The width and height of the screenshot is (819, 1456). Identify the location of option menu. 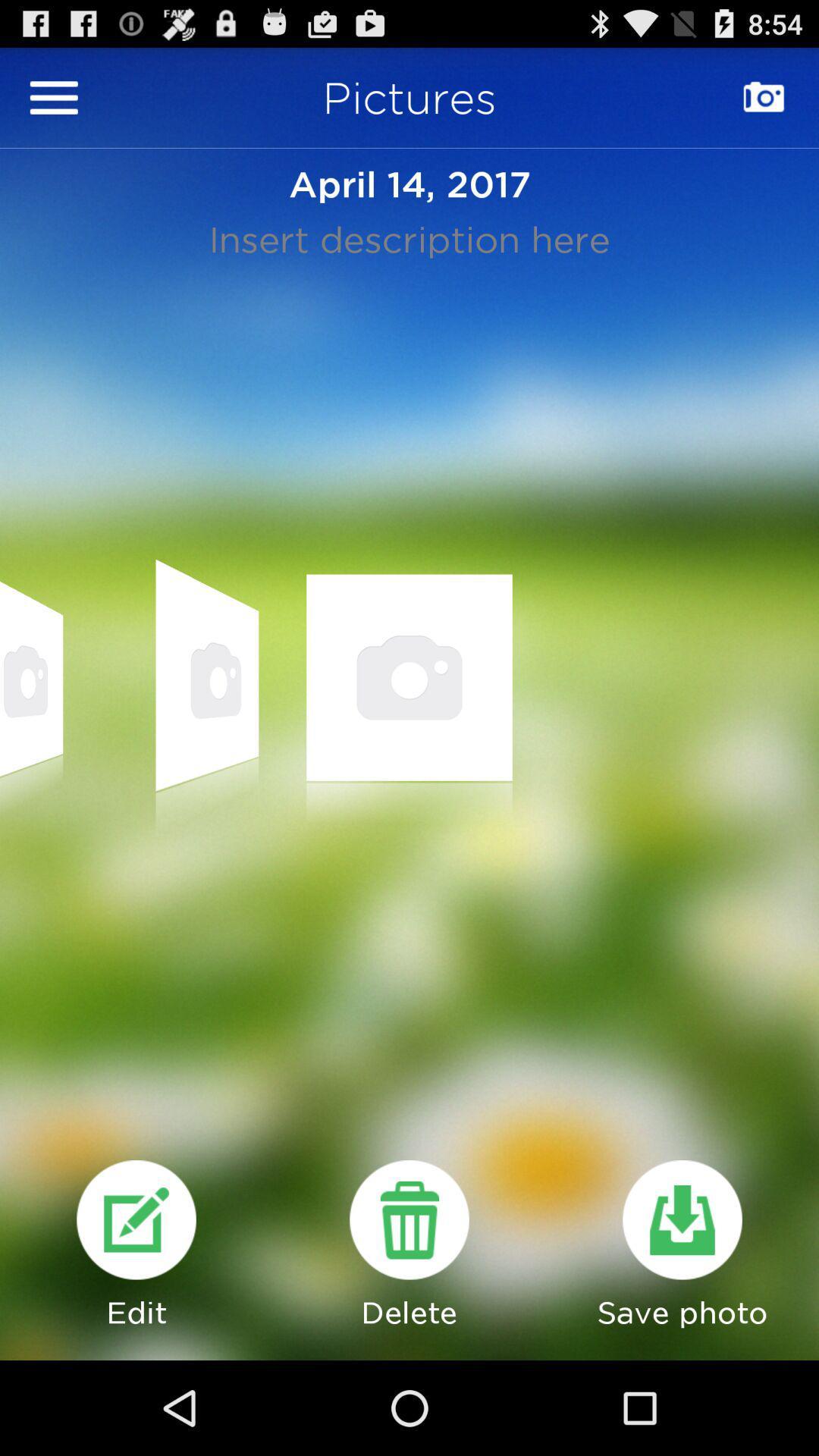
(53, 97).